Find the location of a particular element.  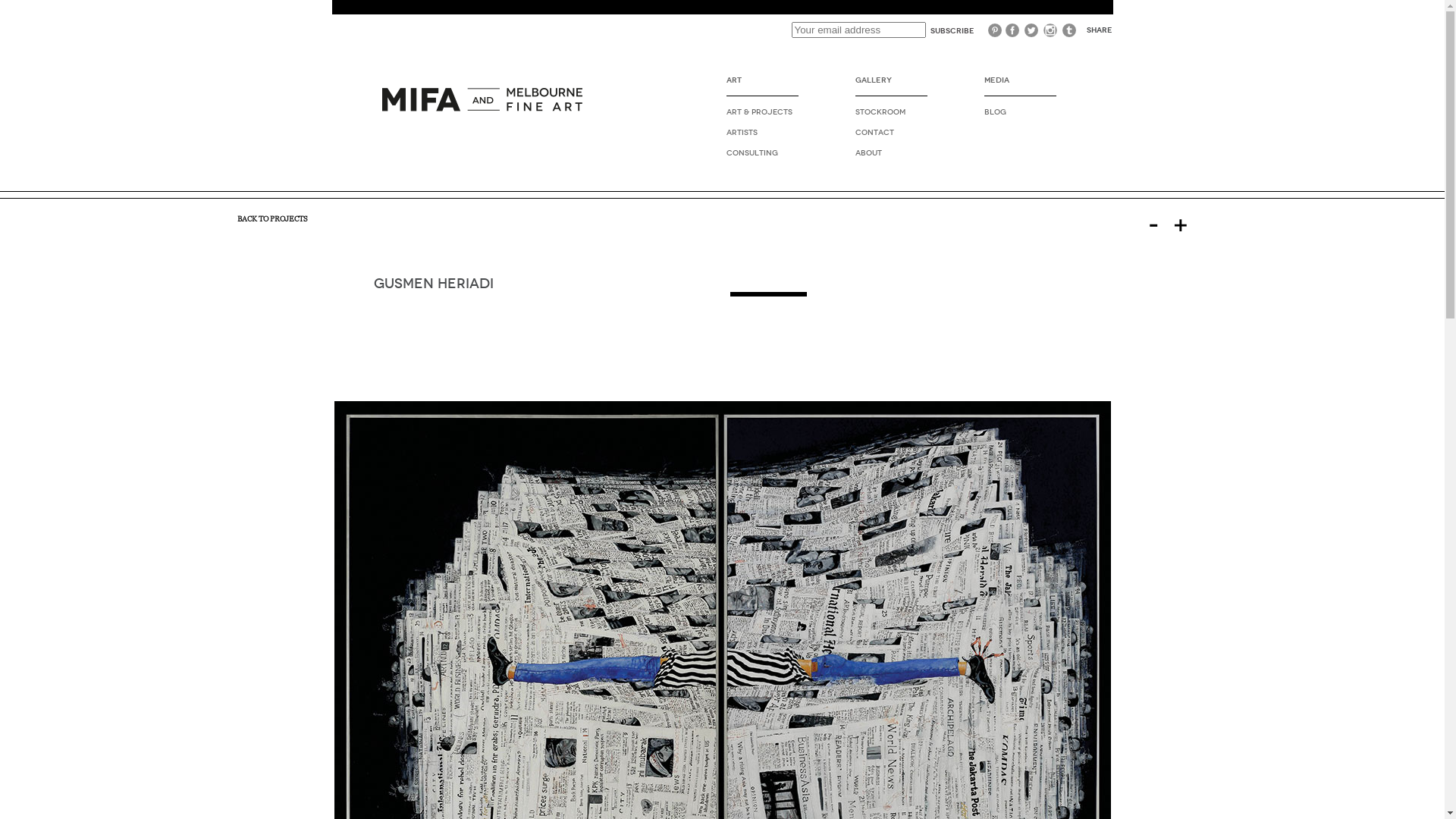

'PLUG2STUDIO' is located at coordinates (372, 110).